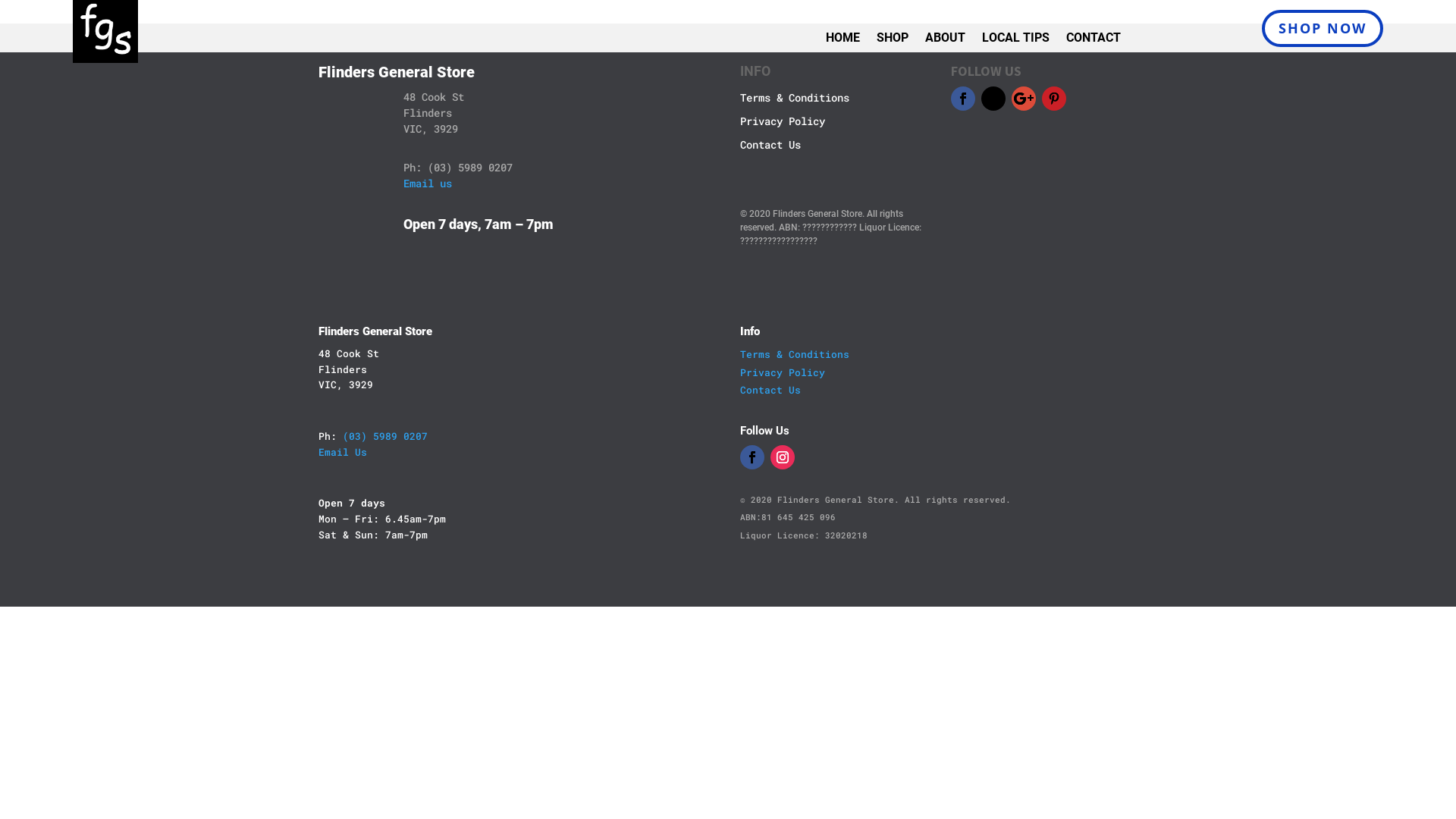  What do you see at coordinates (892, 40) in the screenshot?
I see `'SHOP'` at bounding box center [892, 40].